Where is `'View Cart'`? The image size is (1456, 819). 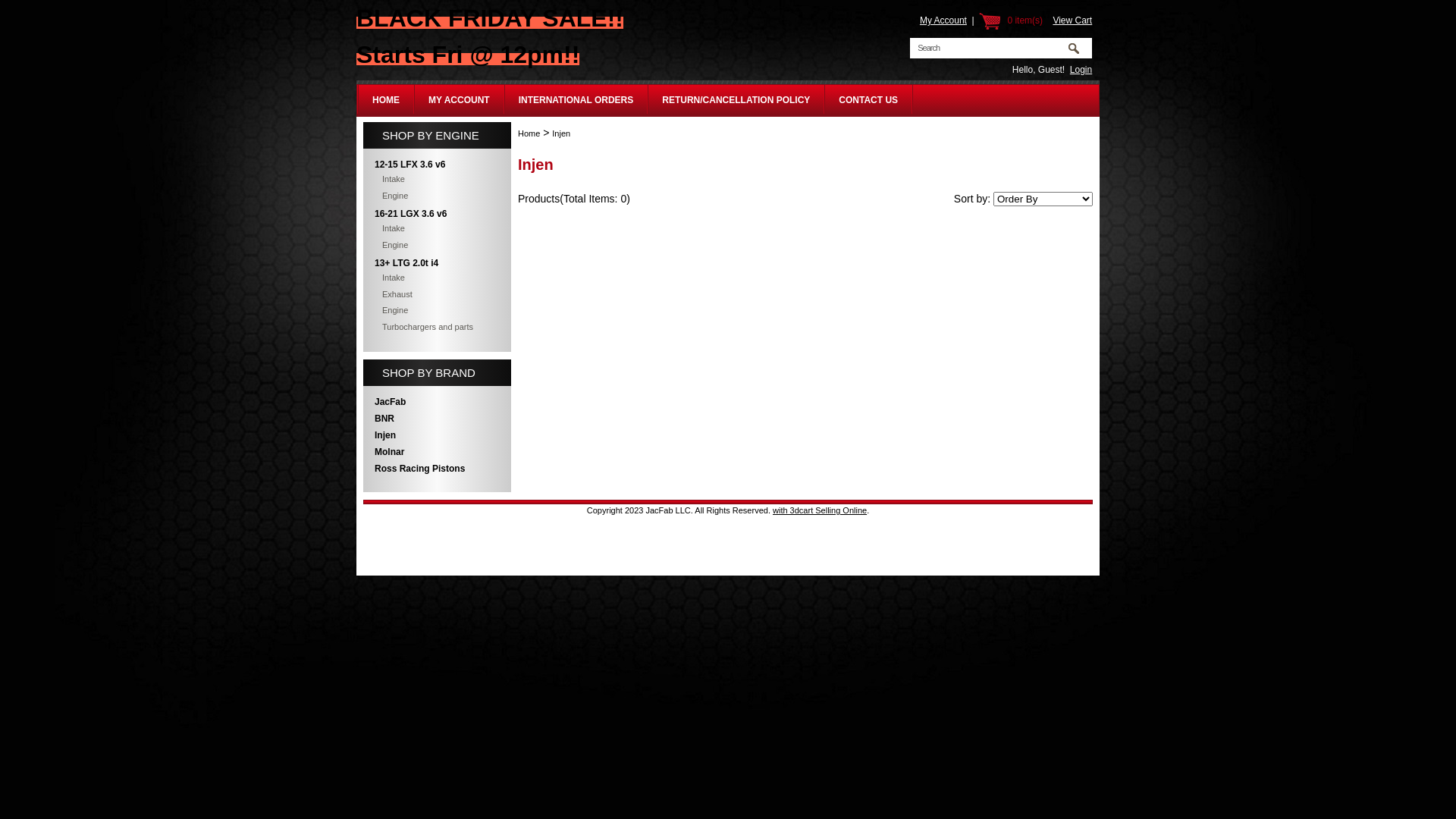
'View Cart' is located at coordinates (1072, 20).